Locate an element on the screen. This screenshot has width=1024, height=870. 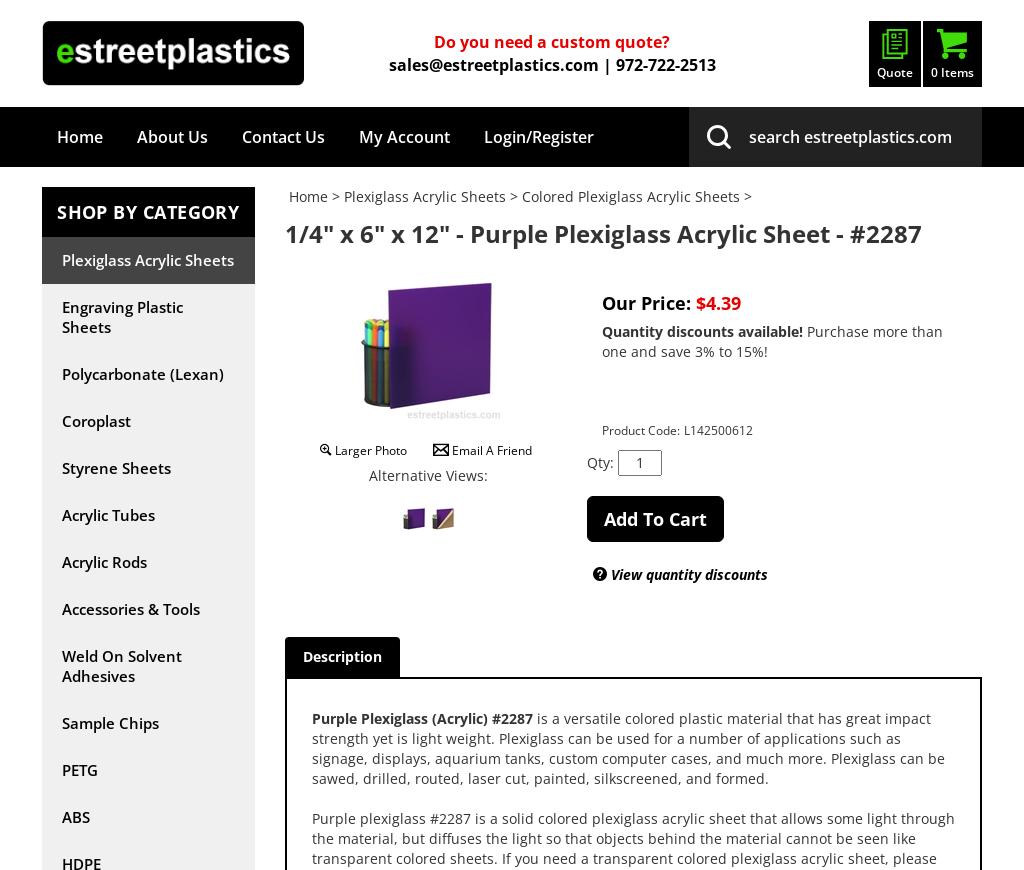
'SHOP BY CATEGORY' is located at coordinates (146, 211).